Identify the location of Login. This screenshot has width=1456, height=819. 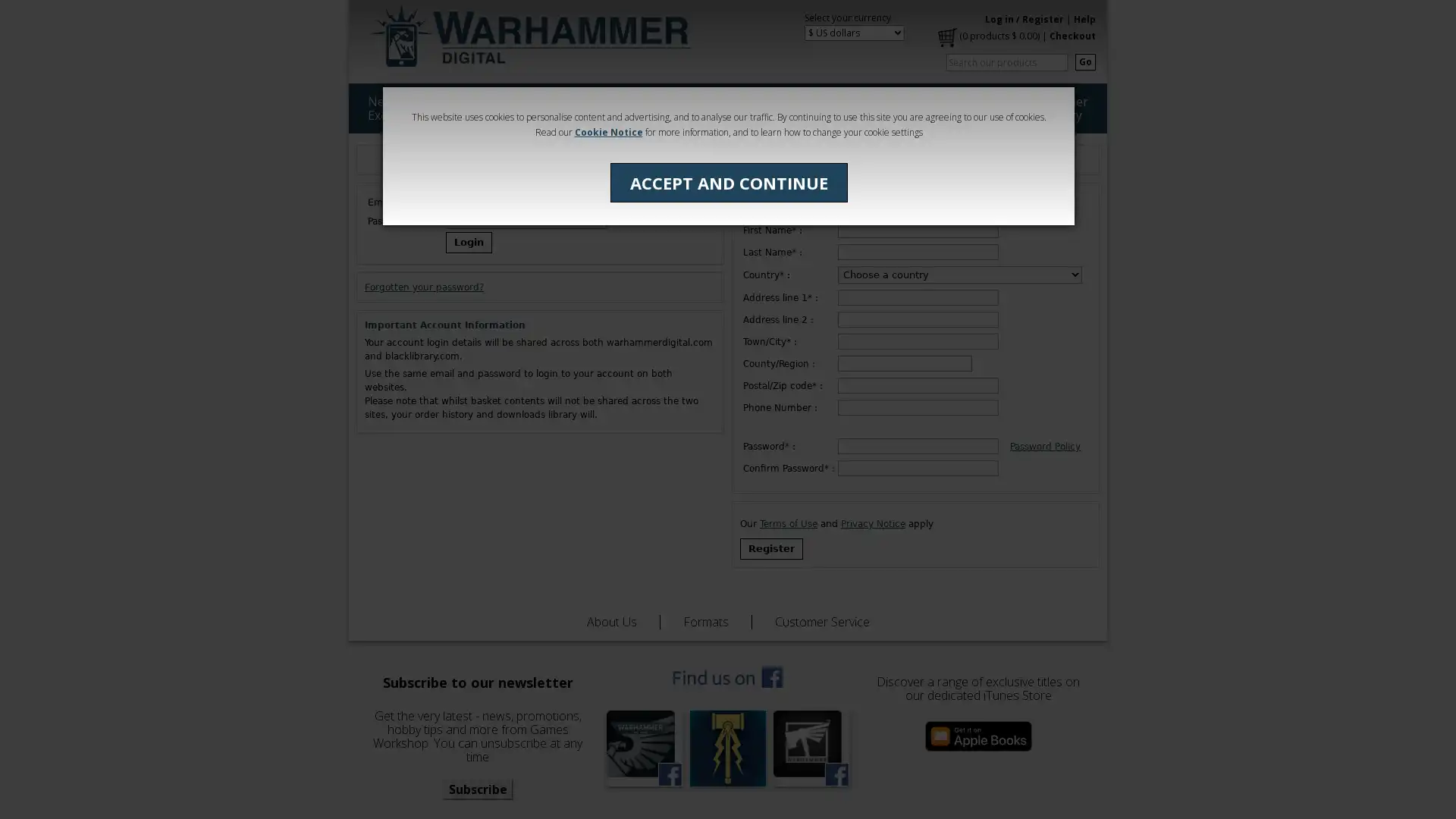
(468, 242).